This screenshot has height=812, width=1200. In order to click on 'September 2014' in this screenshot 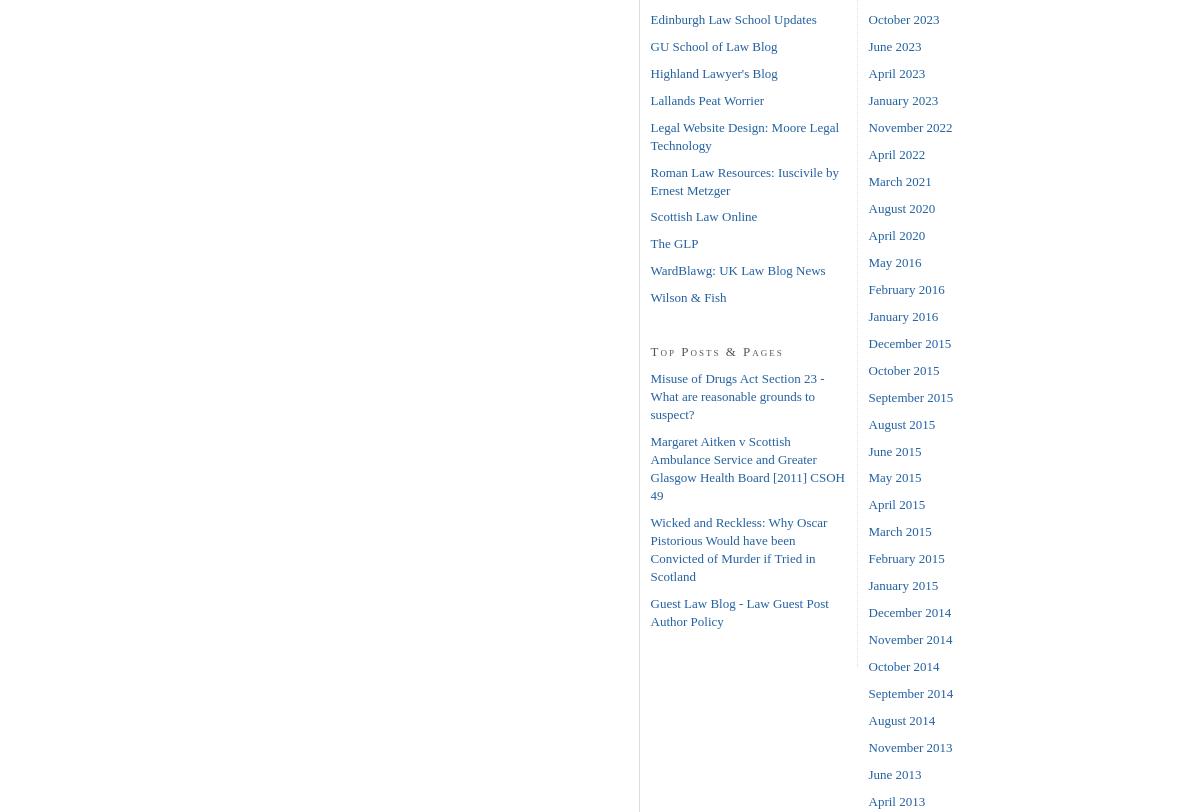, I will do `click(910, 693)`.